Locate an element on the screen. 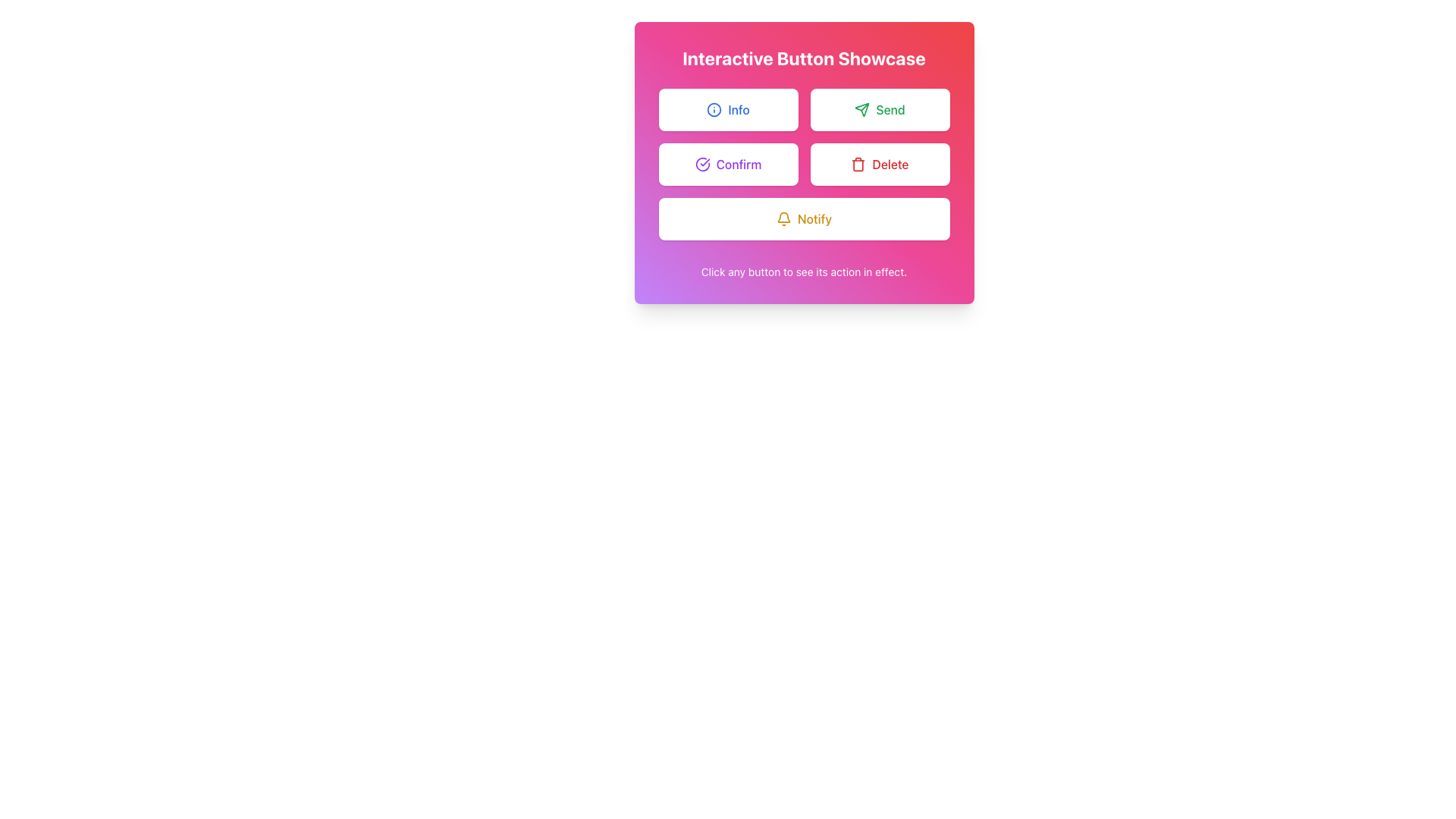 Image resolution: width=1456 pixels, height=819 pixels. the green upward arrow icon located within the 'Send' button beside the text 'Send' is located at coordinates (862, 108).